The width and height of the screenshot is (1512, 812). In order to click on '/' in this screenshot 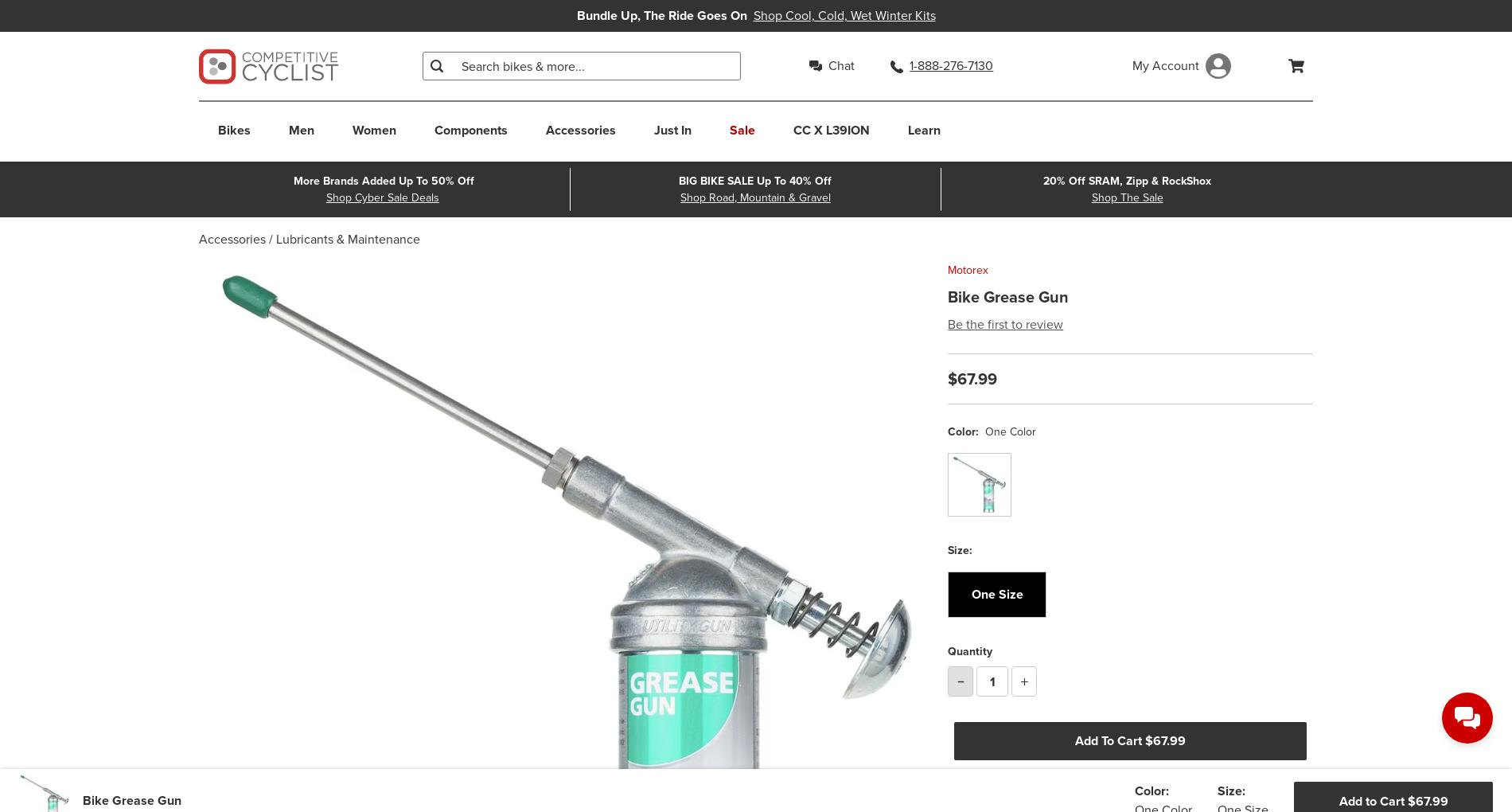, I will do `click(270, 239)`.